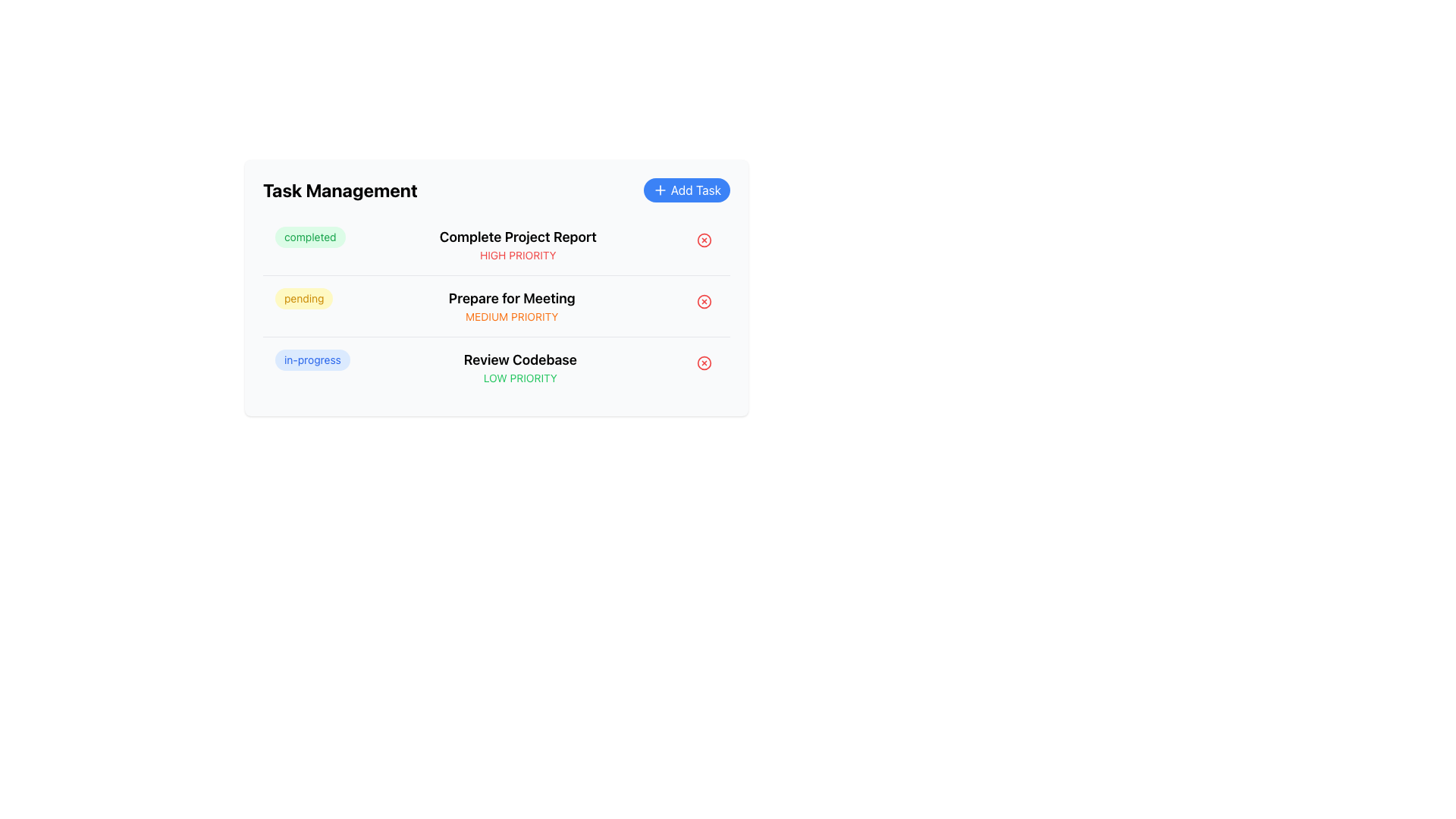 This screenshot has height=819, width=1456. Describe the element at coordinates (520, 368) in the screenshot. I see `the text display that shows 'Review Codebase' in bold black font and 'LOW PRIORITY' in smaller green text, located in the 'in-progress' task section of the Task Management interface` at that location.